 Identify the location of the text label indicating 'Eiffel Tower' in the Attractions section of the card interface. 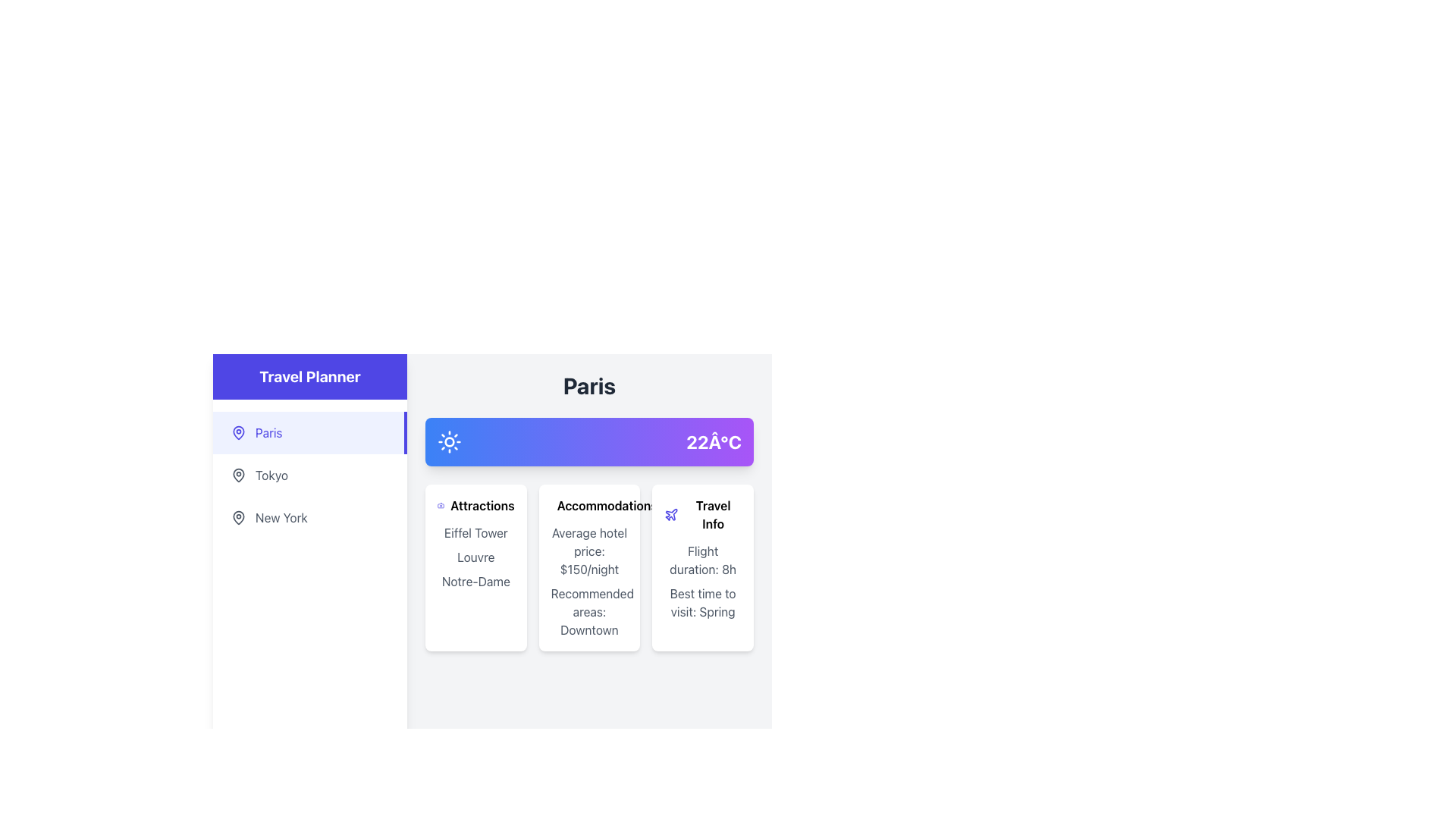
(475, 532).